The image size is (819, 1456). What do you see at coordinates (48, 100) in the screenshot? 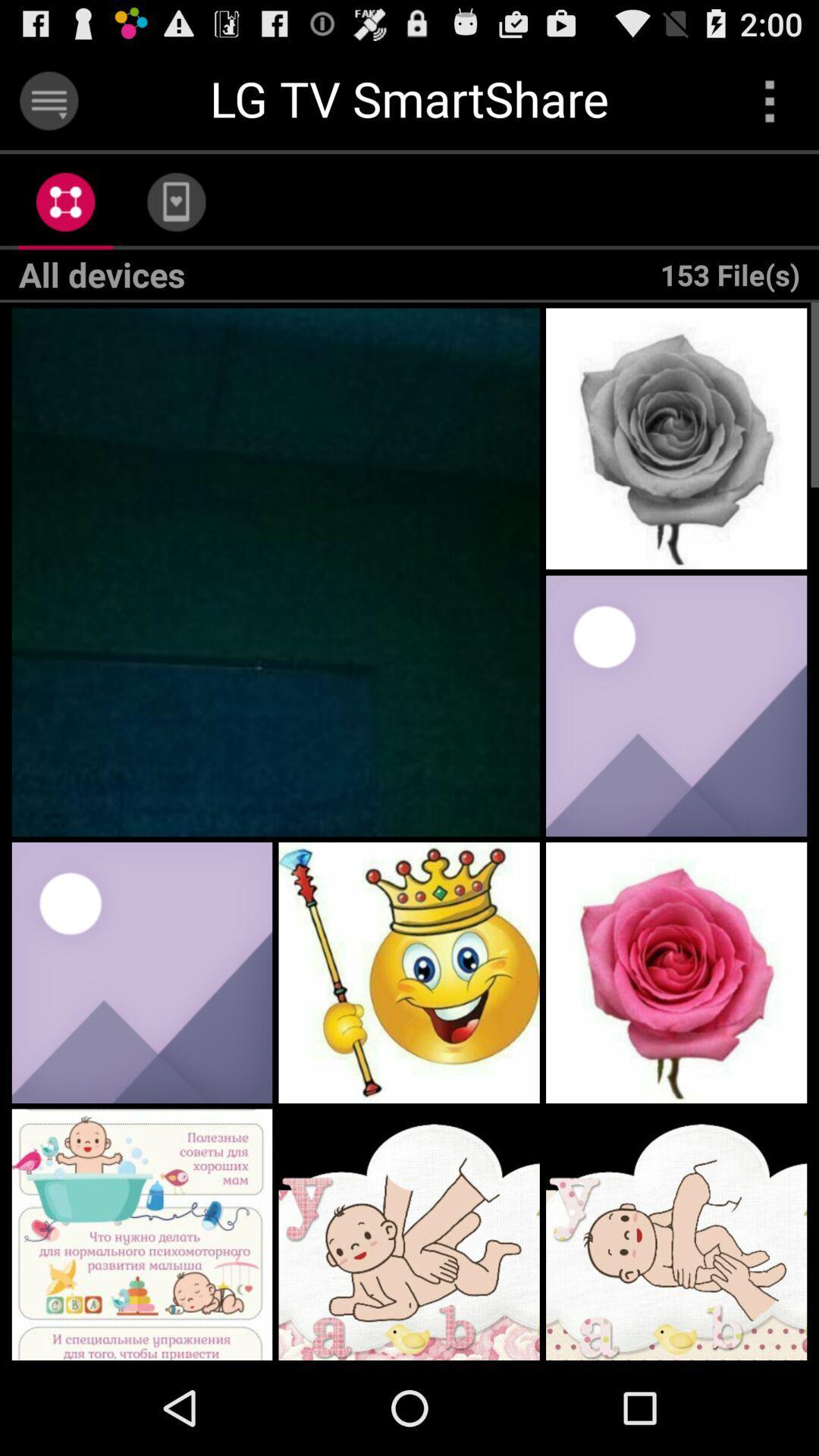
I see `open settings menu` at bounding box center [48, 100].